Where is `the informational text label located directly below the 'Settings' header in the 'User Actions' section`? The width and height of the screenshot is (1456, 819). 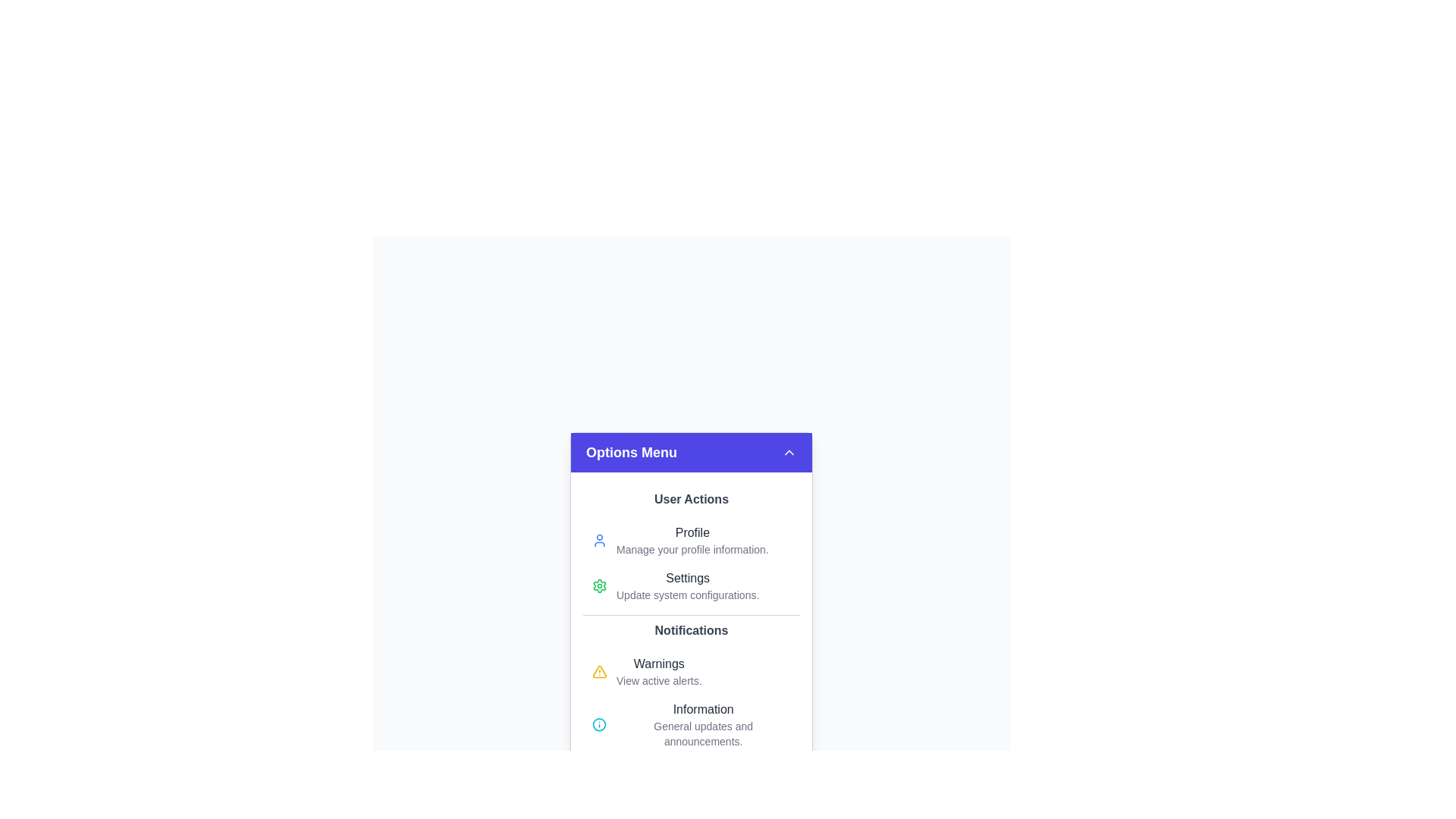 the informational text label located directly below the 'Settings' header in the 'User Actions' section is located at coordinates (687, 595).